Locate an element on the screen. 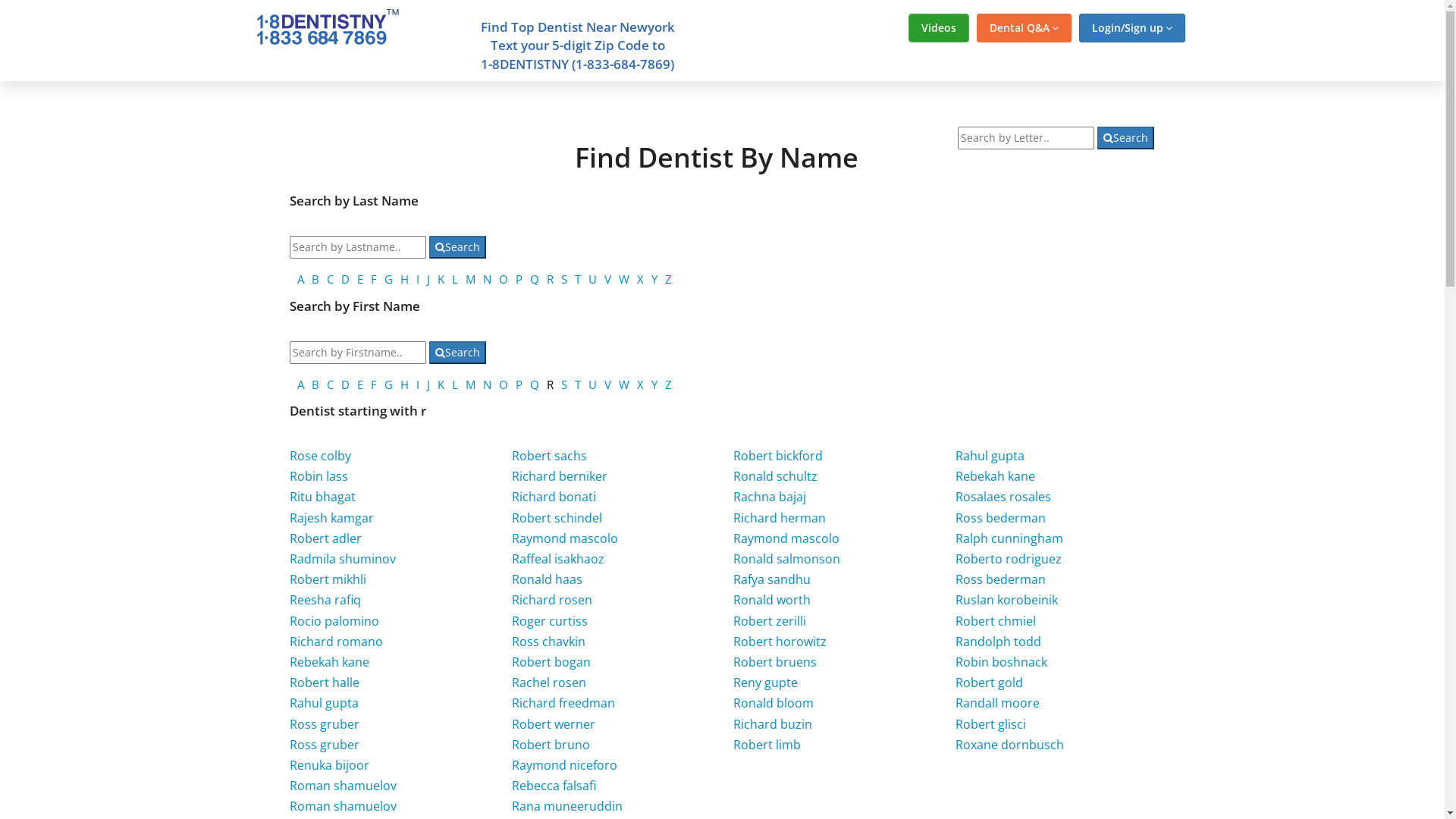 This screenshot has height=819, width=1456. 'M' is located at coordinates (469, 278).